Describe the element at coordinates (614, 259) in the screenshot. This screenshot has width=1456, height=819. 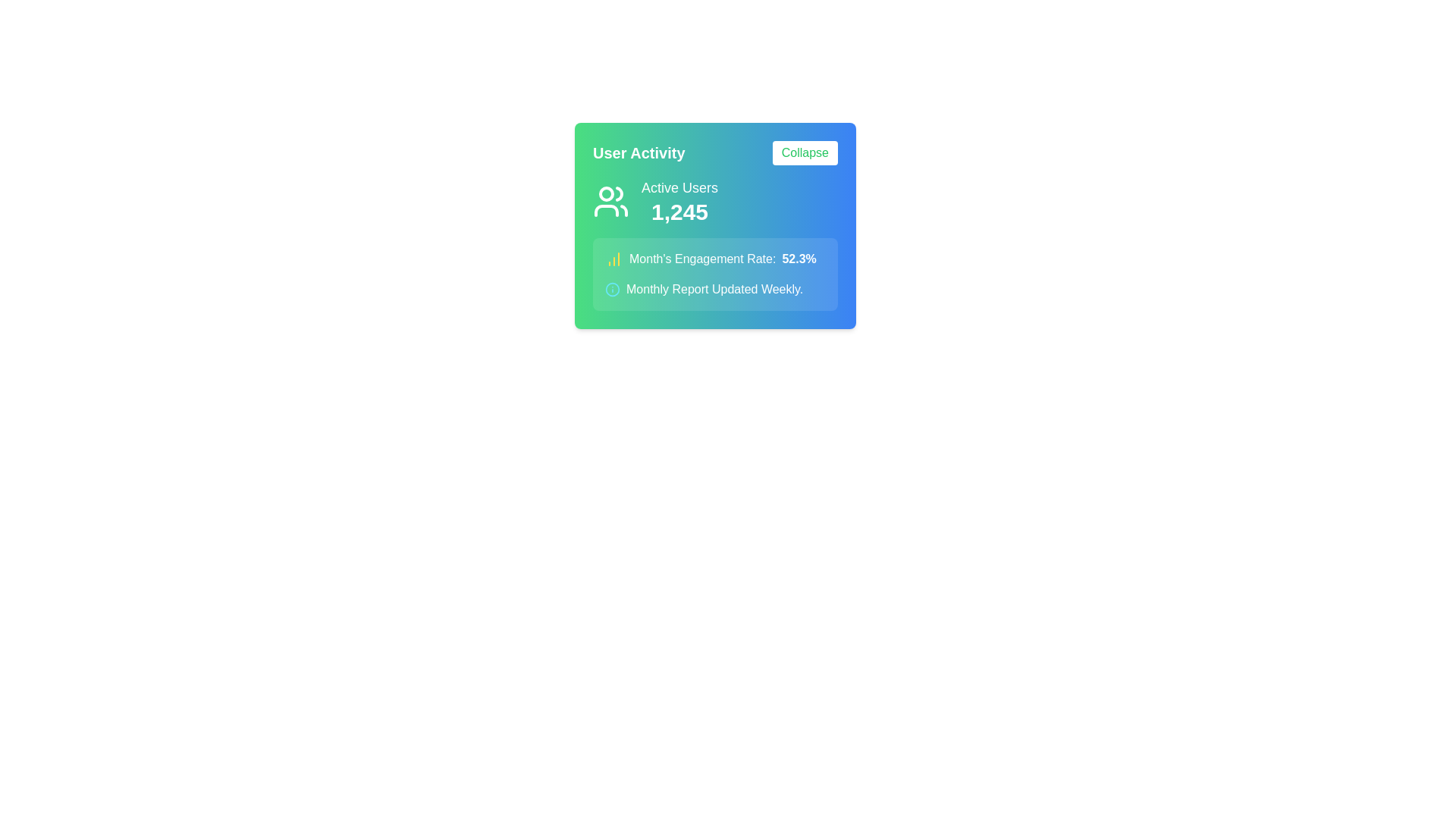
I see `the small yellow bar chart icon indicating increasing bars, located to the left of the text 'Month's Engagement Rate: 52.3%' in the 'User Activity' widget` at that location.